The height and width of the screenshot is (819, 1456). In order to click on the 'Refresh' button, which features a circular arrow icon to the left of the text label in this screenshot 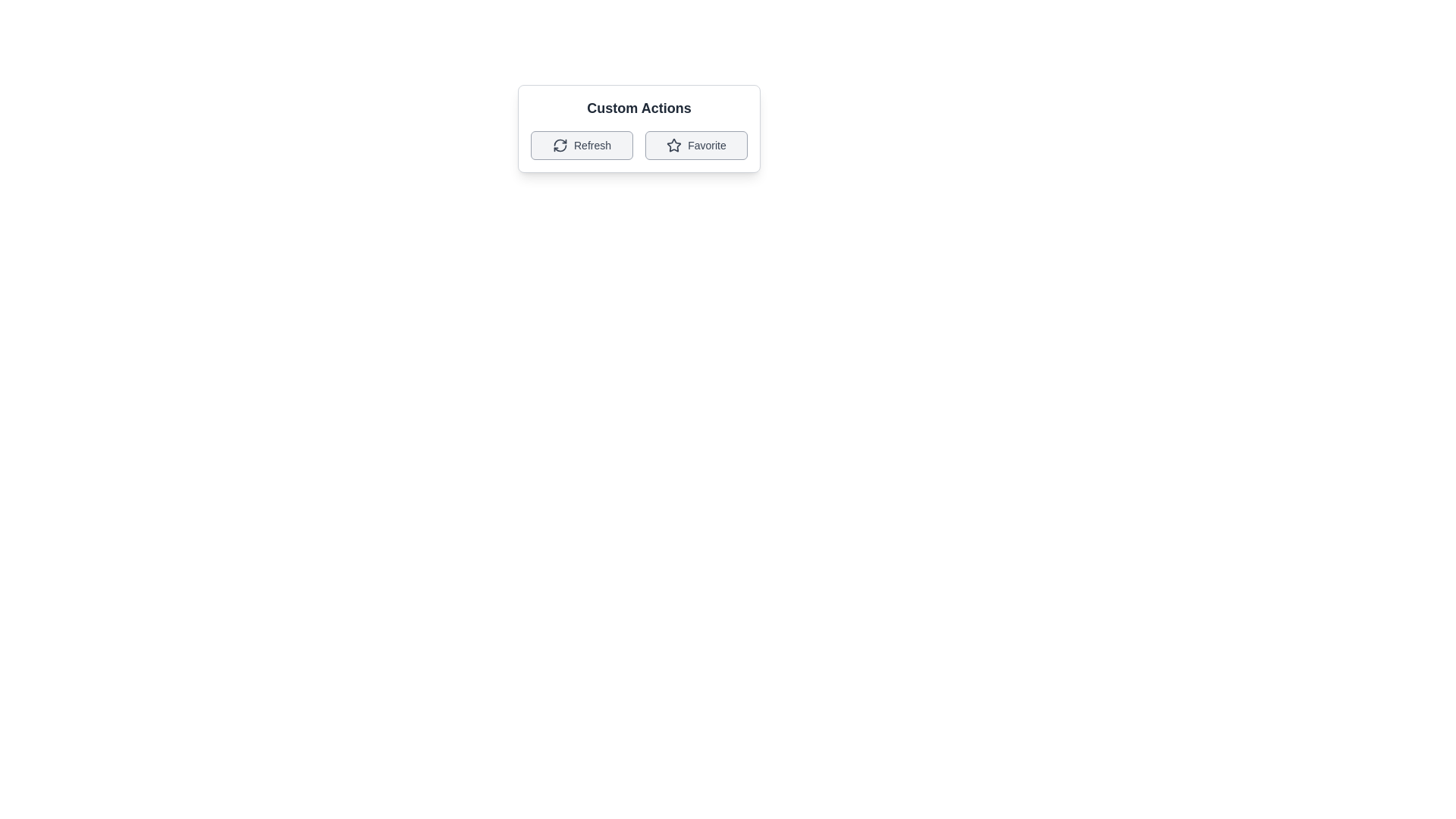, I will do `click(581, 146)`.